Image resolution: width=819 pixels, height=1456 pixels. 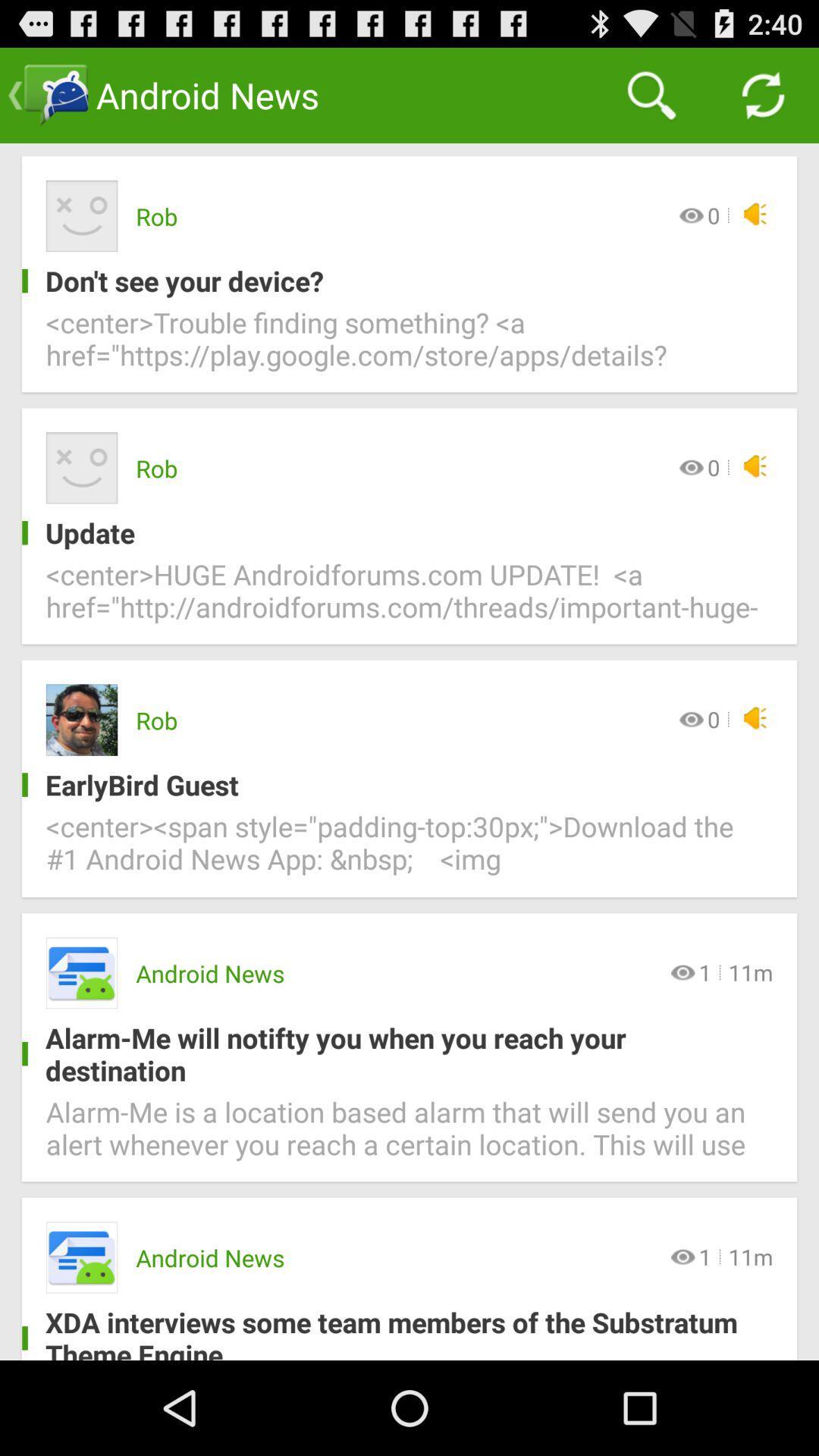 I want to click on the icon to the right of android news, so click(x=651, y=94).